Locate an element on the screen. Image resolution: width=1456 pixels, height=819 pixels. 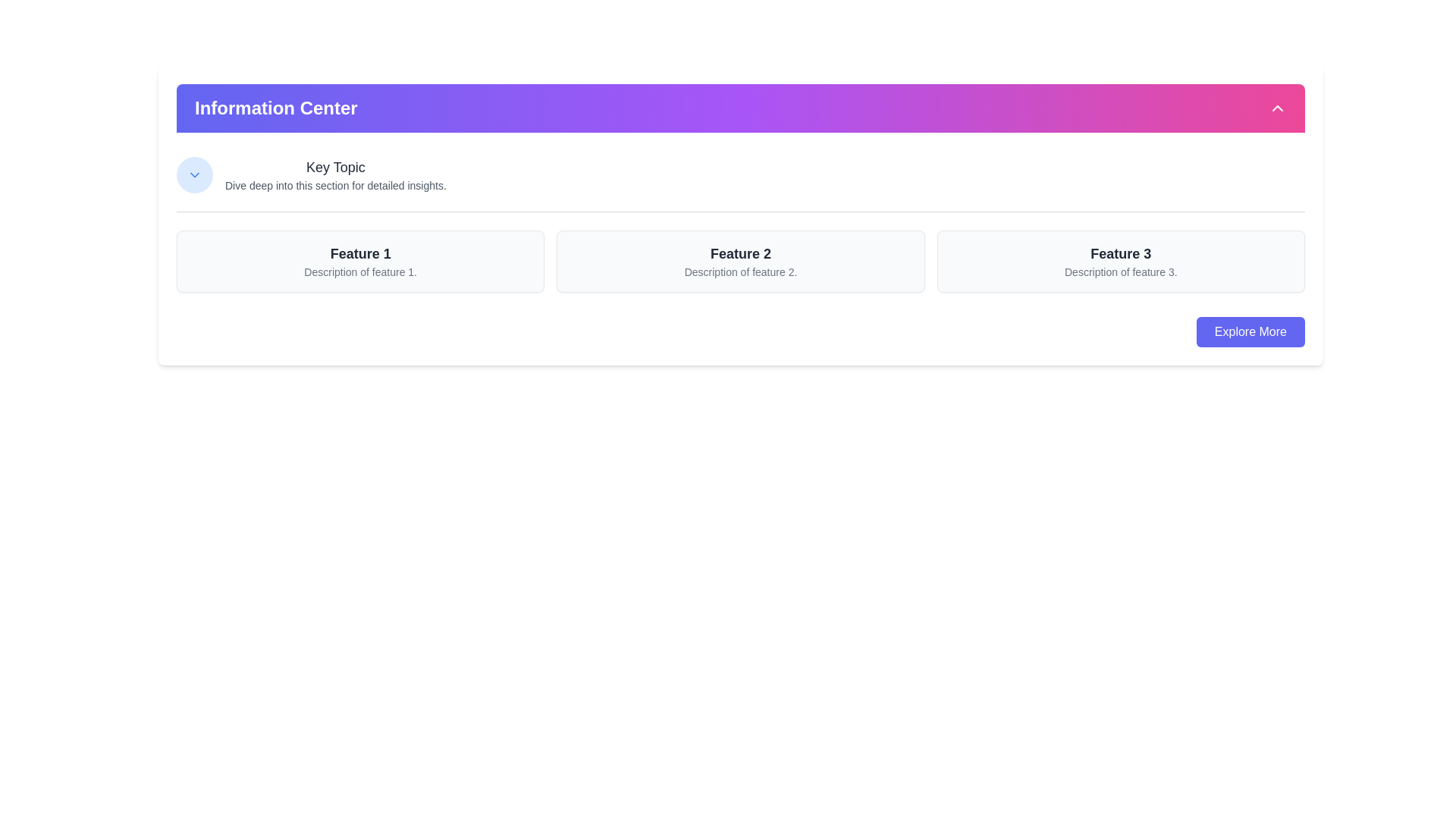
the informative card labeled 'Feature 1' located in the first column of the grid layout, directly below 'Information Center' and 'Key Topic.' is located at coordinates (359, 260).